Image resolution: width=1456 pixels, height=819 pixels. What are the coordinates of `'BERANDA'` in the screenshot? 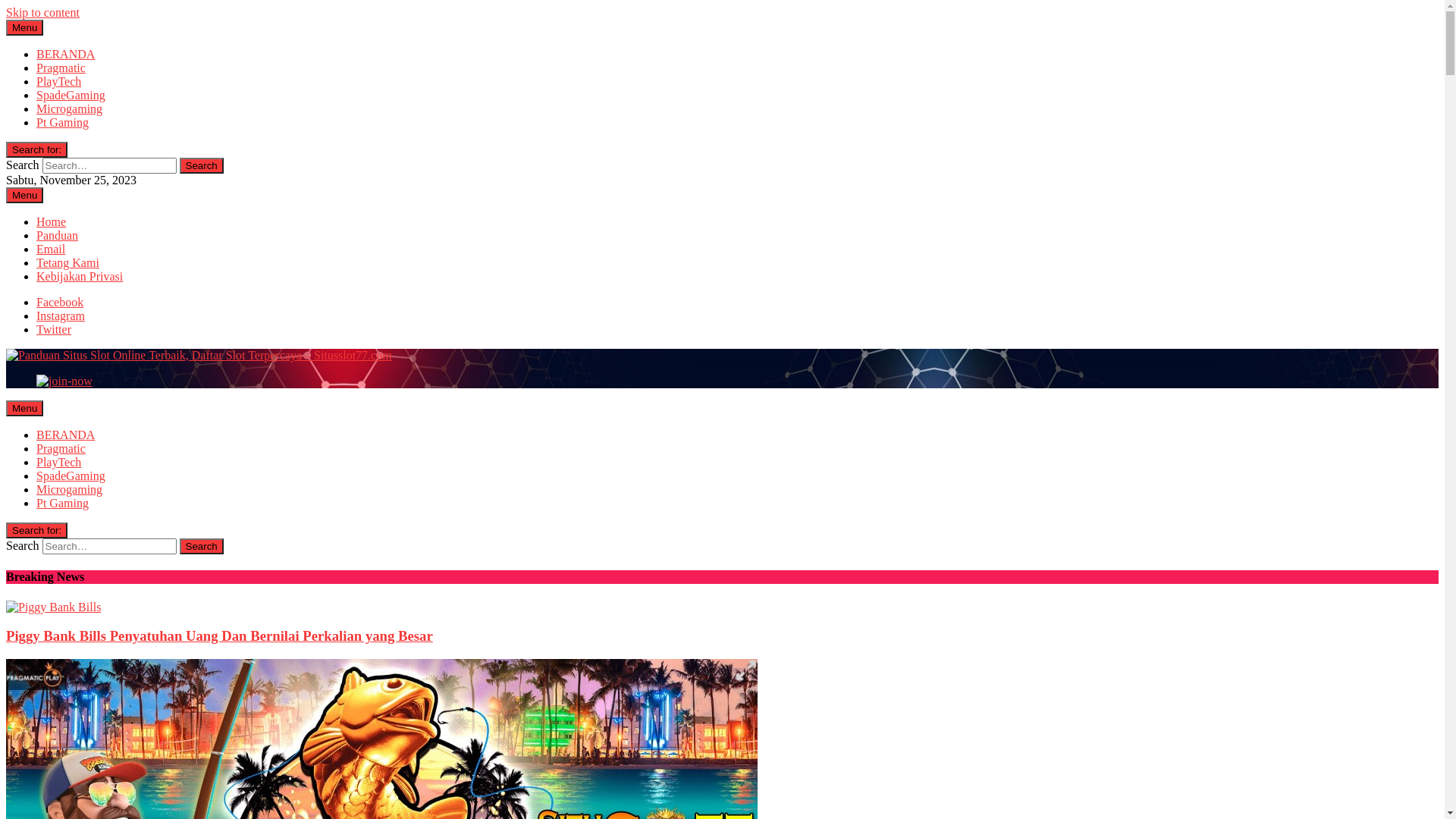 It's located at (64, 435).